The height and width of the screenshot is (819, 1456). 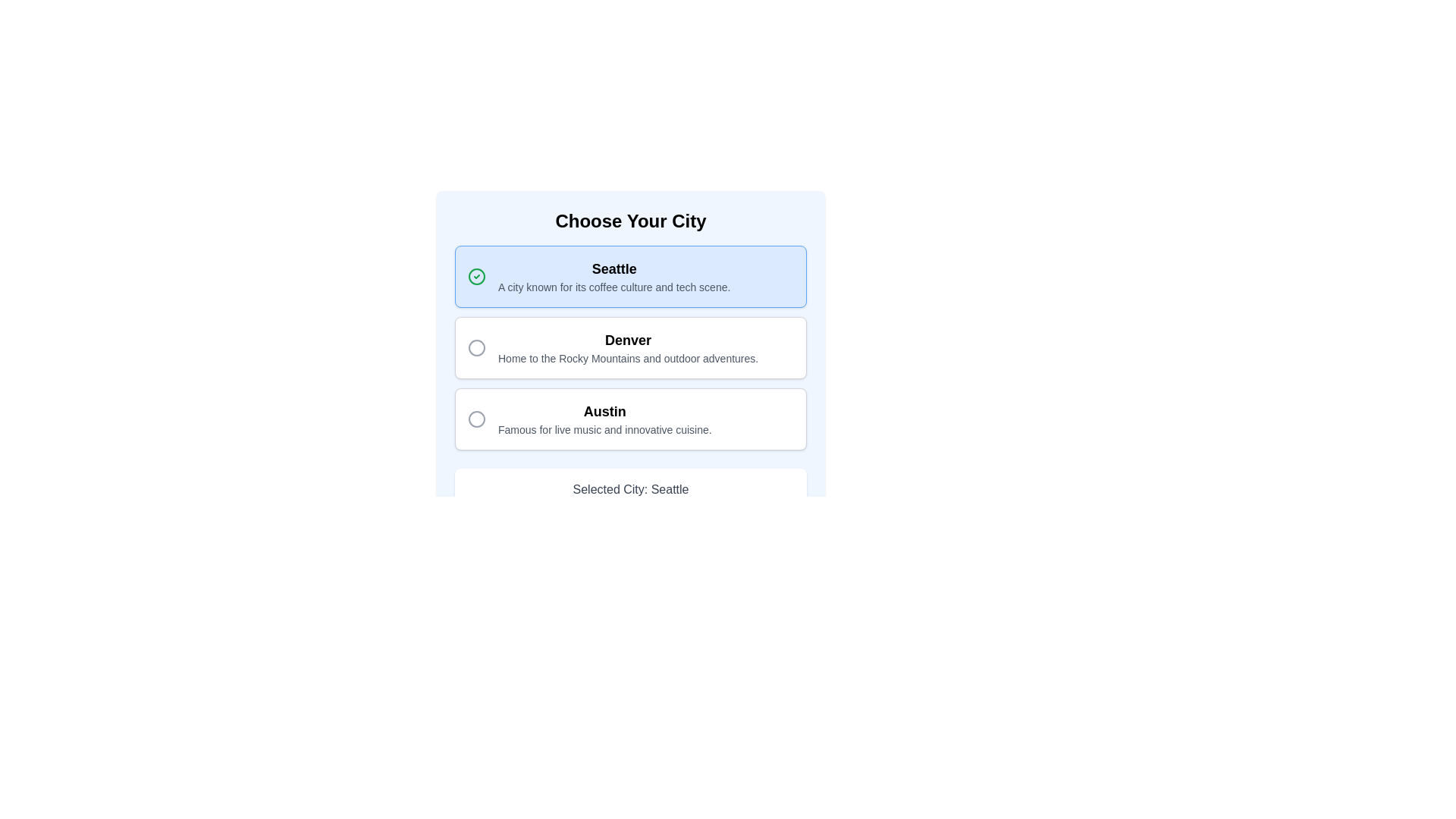 I want to click on the circular icon with a green outline and a check mark in the center located on the left side of the 'Seattle' option card, so click(x=475, y=277).